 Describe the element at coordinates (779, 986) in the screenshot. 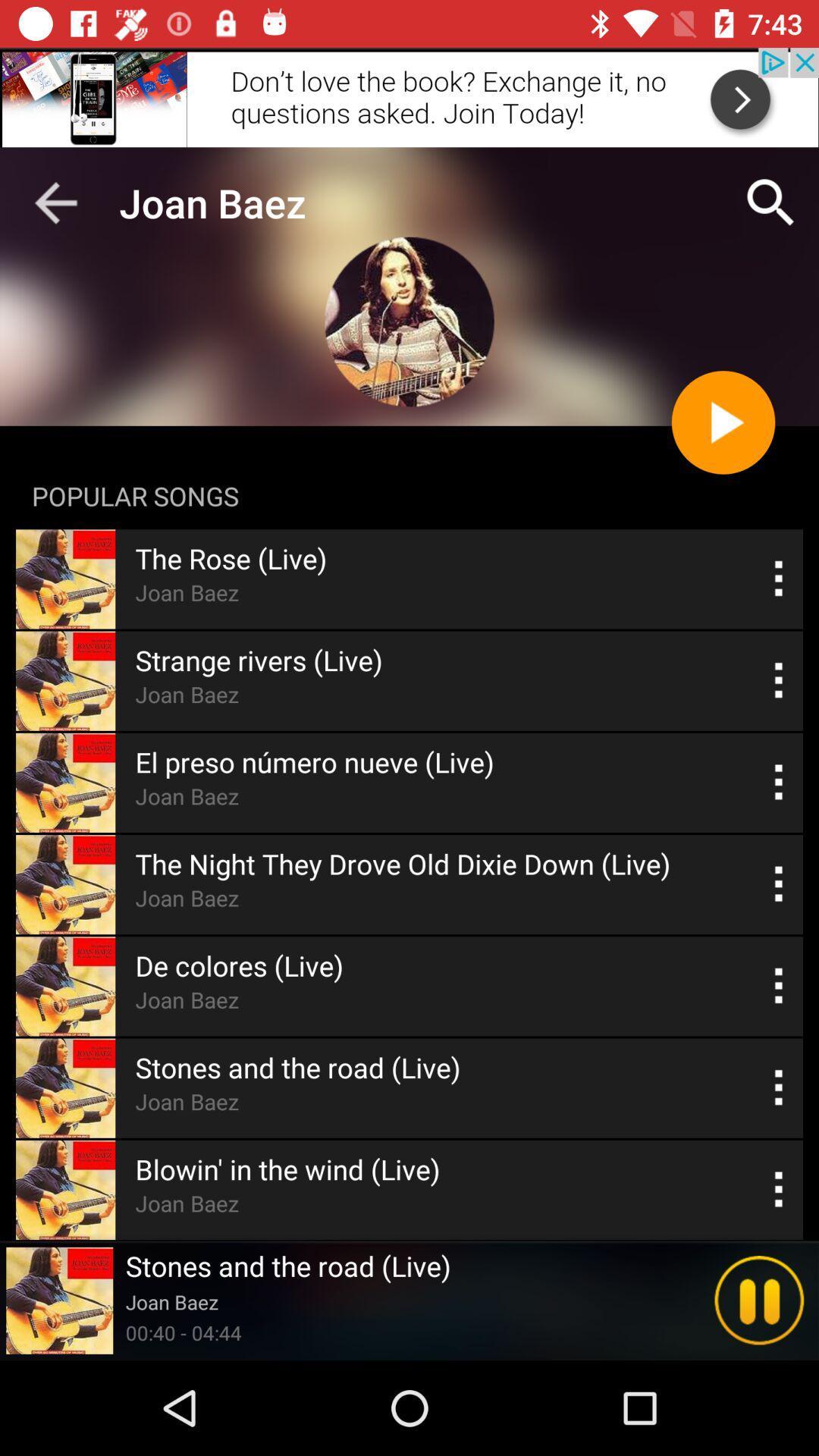

I see `the more icon` at that location.